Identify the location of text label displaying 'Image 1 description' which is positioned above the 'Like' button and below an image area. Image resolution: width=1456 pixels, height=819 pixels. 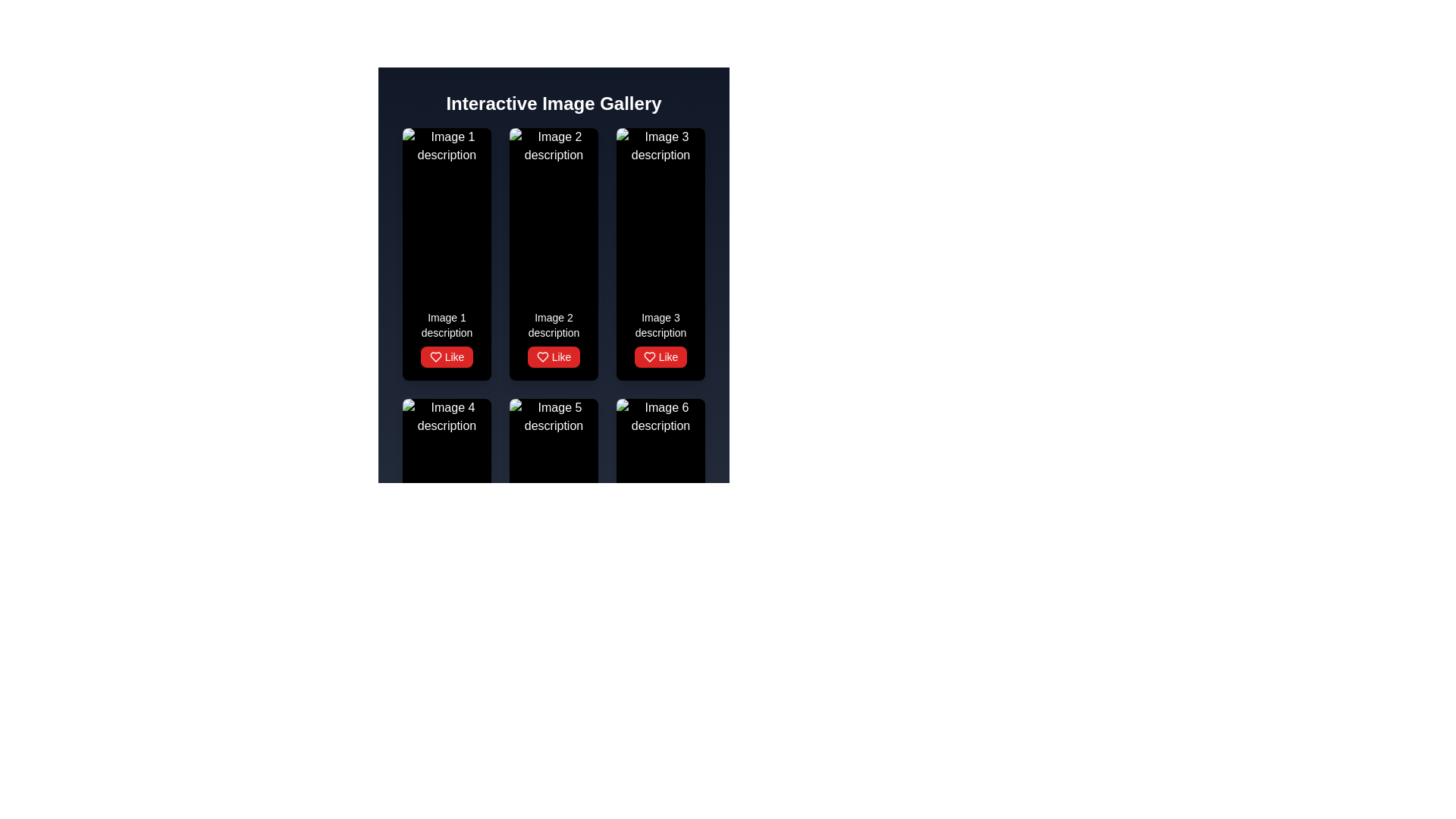
(446, 324).